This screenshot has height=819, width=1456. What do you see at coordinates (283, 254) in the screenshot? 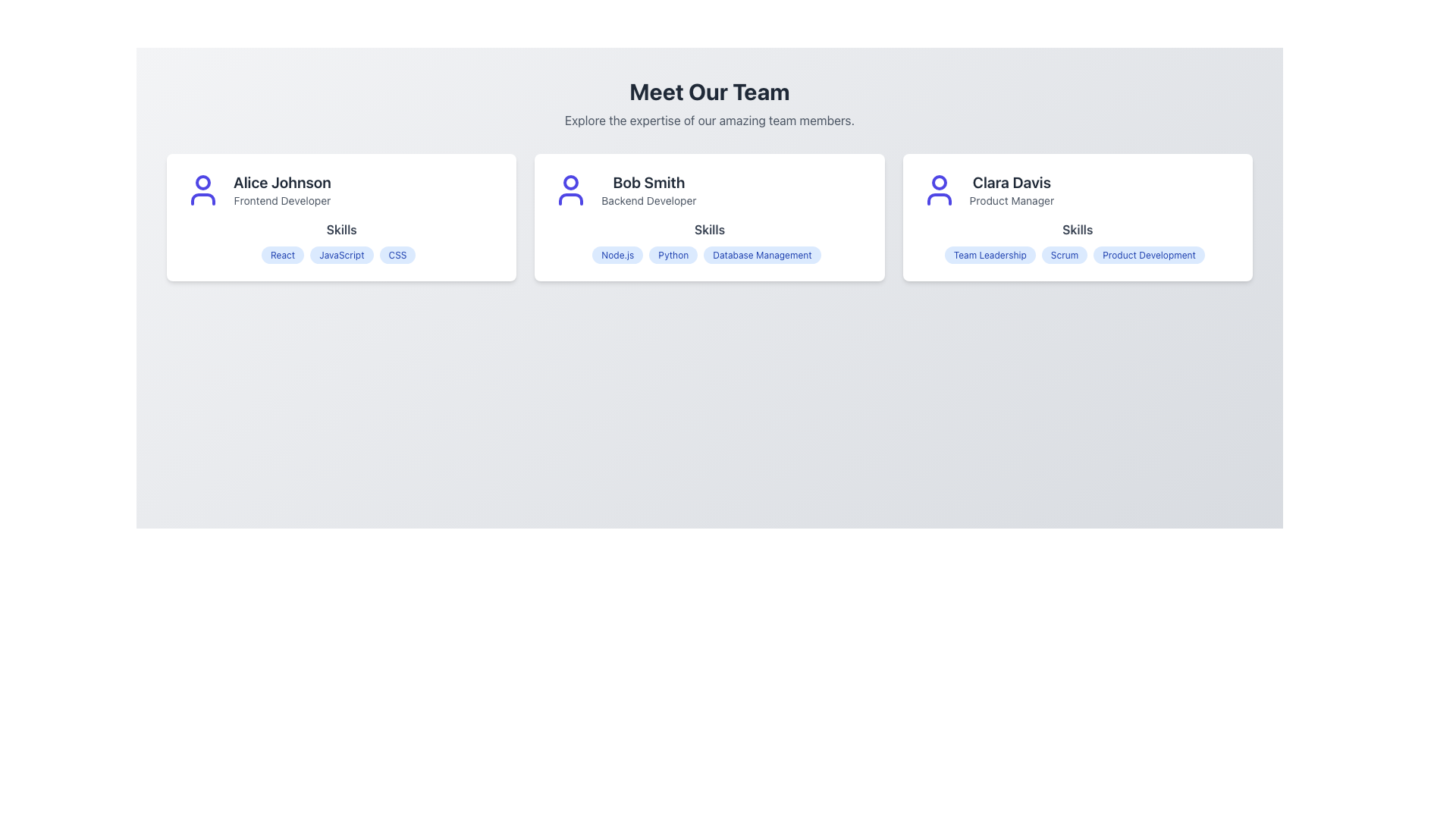
I see `the informational label indicating a skill associated with user Alice Johnson, located first under the 'Skills' section in the leftmost card` at bounding box center [283, 254].